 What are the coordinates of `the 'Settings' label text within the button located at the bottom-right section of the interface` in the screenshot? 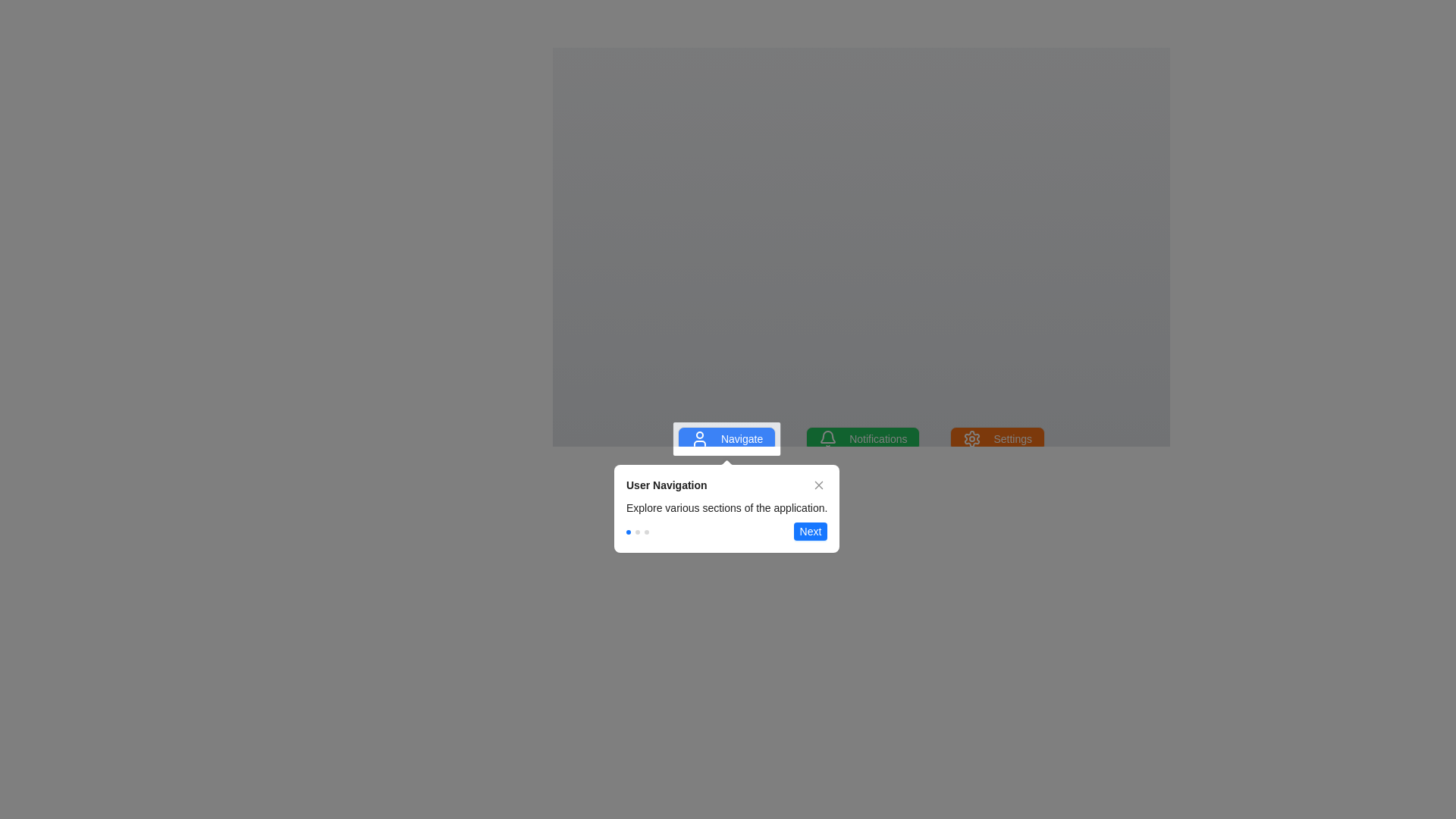 It's located at (1012, 438).